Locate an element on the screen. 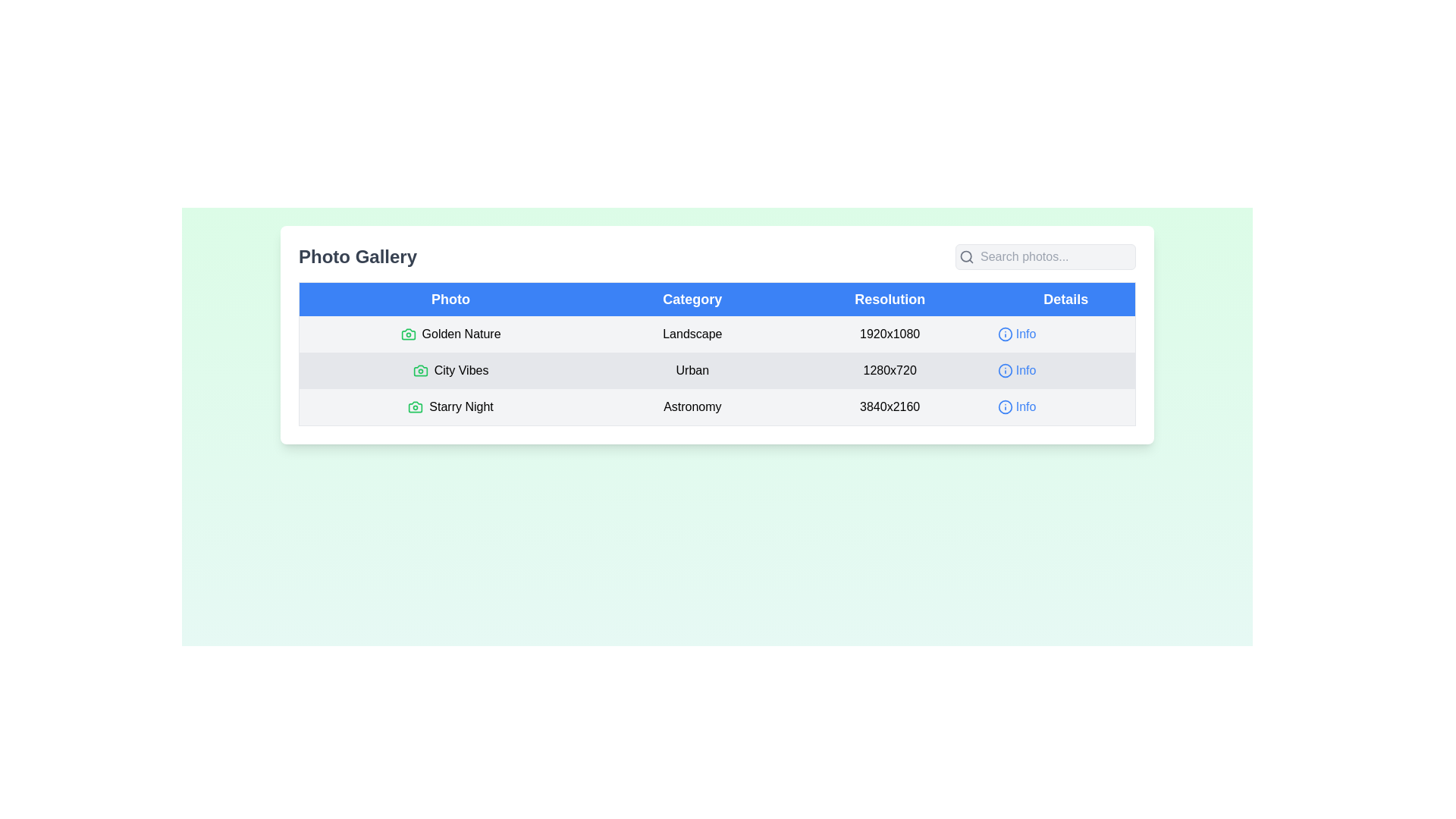 This screenshot has width=1456, height=819. the circular SVG component that is part of the search icon located near the top-right corner of the application interface is located at coordinates (965, 256).